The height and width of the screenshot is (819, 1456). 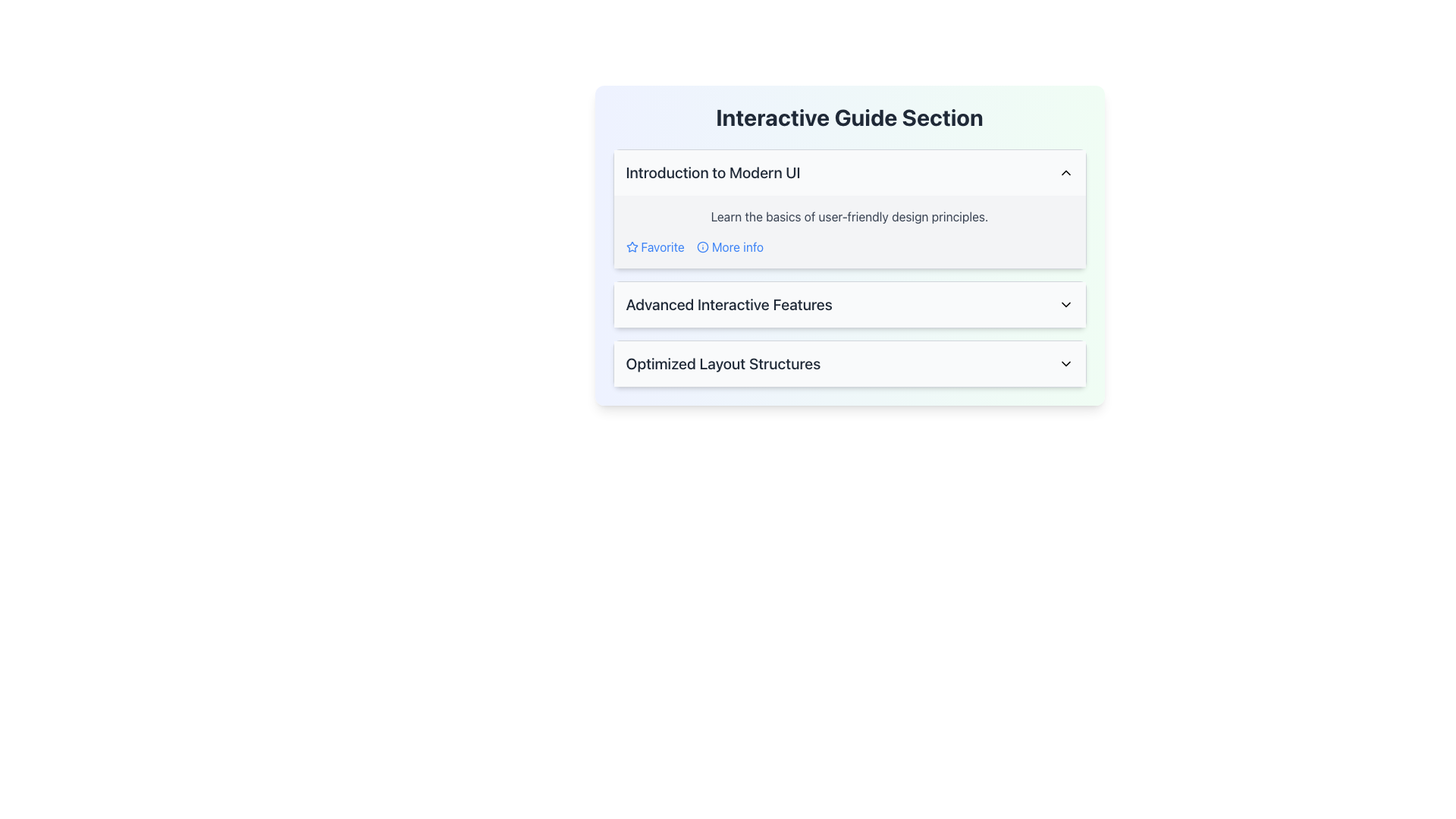 I want to click on the chevron-down icon located at the far right of the 'Optimized Layout Structures' header, so click(x=1065, y=363).